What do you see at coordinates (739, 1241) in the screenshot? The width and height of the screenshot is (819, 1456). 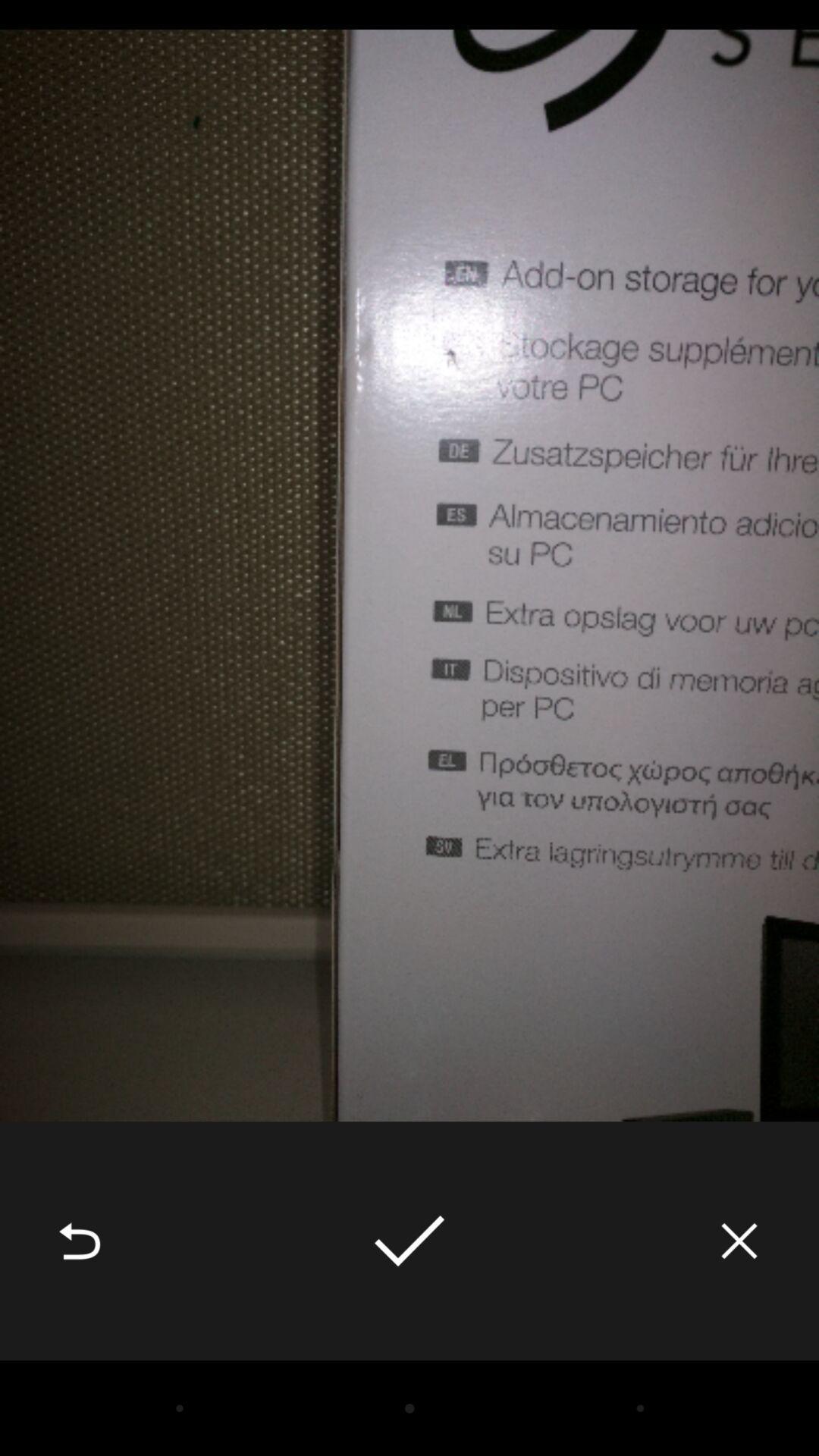 I see `item at the bottom right corner` at bounding box center [739, 1241].